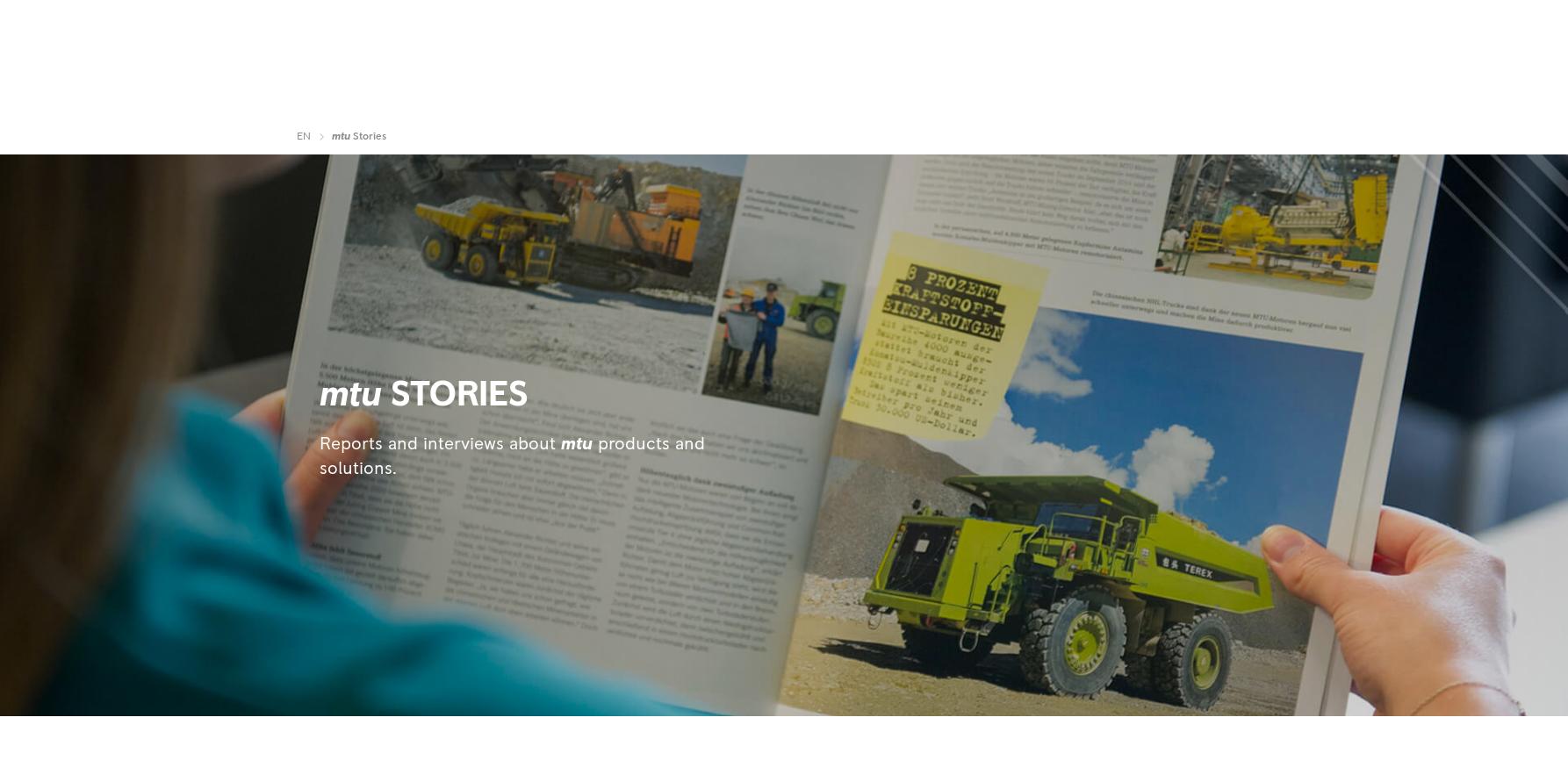  What do you see at coordinates (510, 96) in the screenshot?
I see `'Power Generation'` at bounding box center [510, 96].